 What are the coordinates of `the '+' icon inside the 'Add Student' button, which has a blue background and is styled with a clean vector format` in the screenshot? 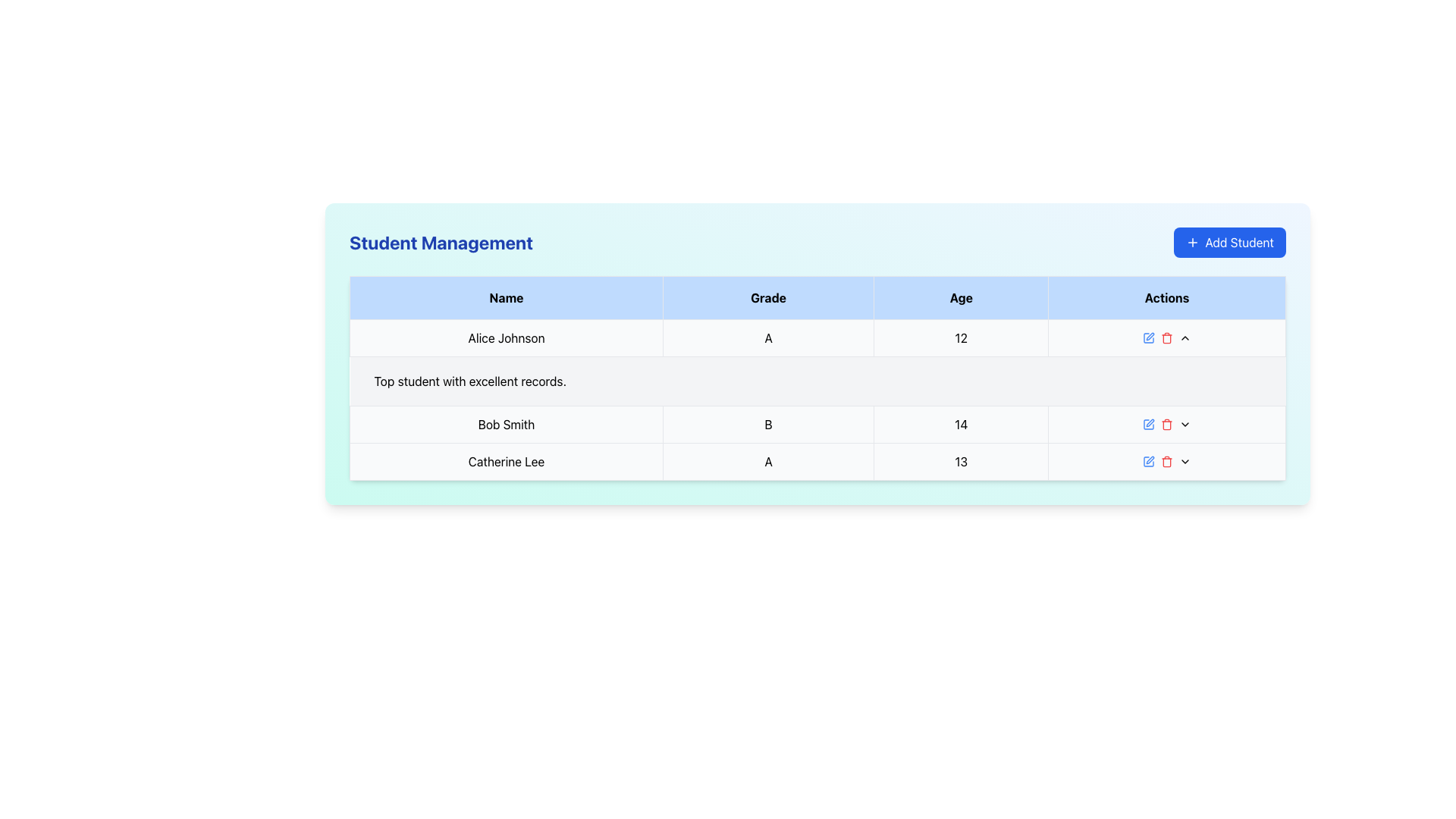 It's located at (1191, 242).